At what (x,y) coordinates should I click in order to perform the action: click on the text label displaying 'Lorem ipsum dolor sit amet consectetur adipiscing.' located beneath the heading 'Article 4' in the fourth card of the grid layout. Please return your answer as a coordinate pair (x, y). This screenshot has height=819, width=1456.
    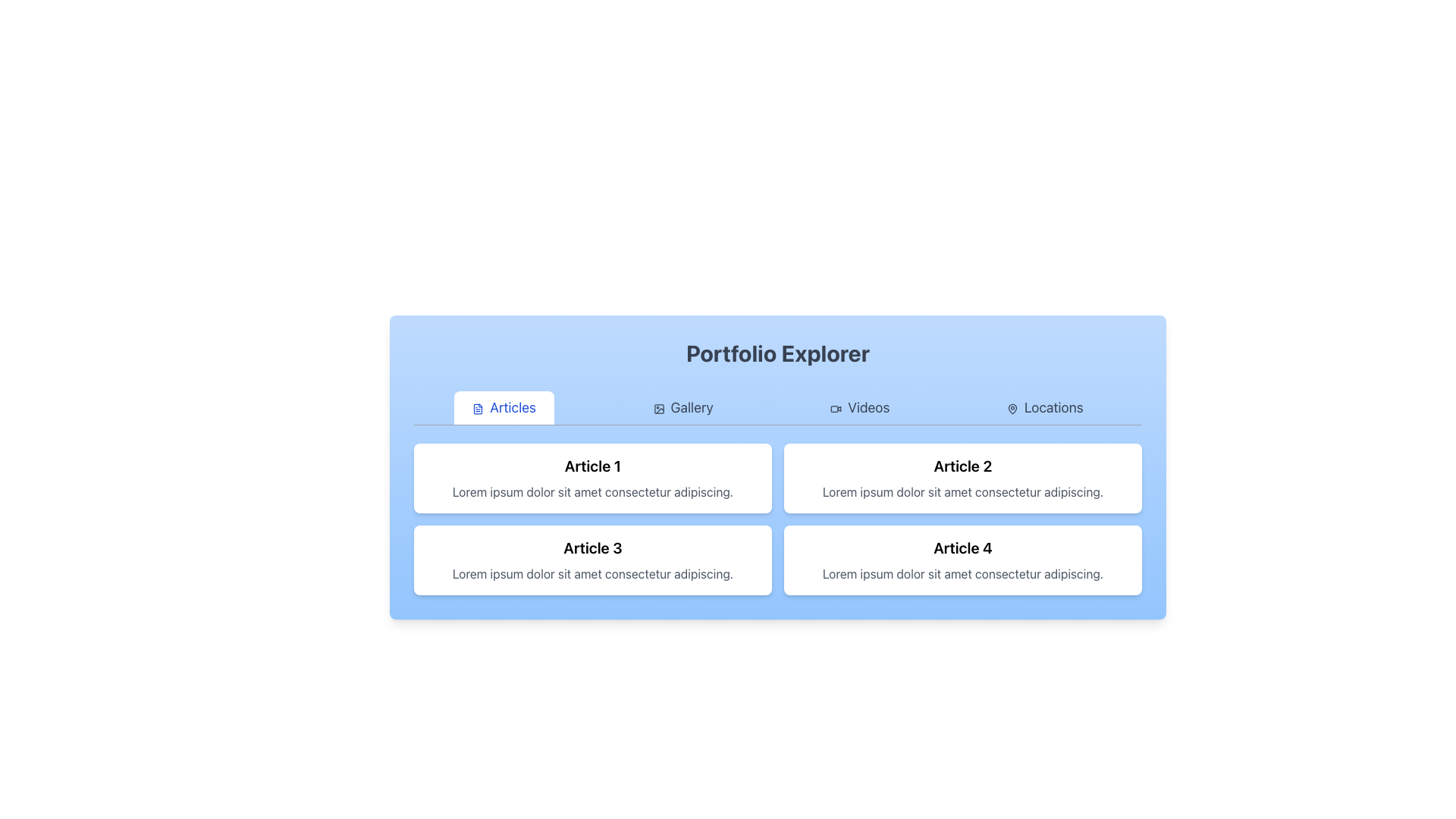
    Looking at the image, I should click on (962, 573).